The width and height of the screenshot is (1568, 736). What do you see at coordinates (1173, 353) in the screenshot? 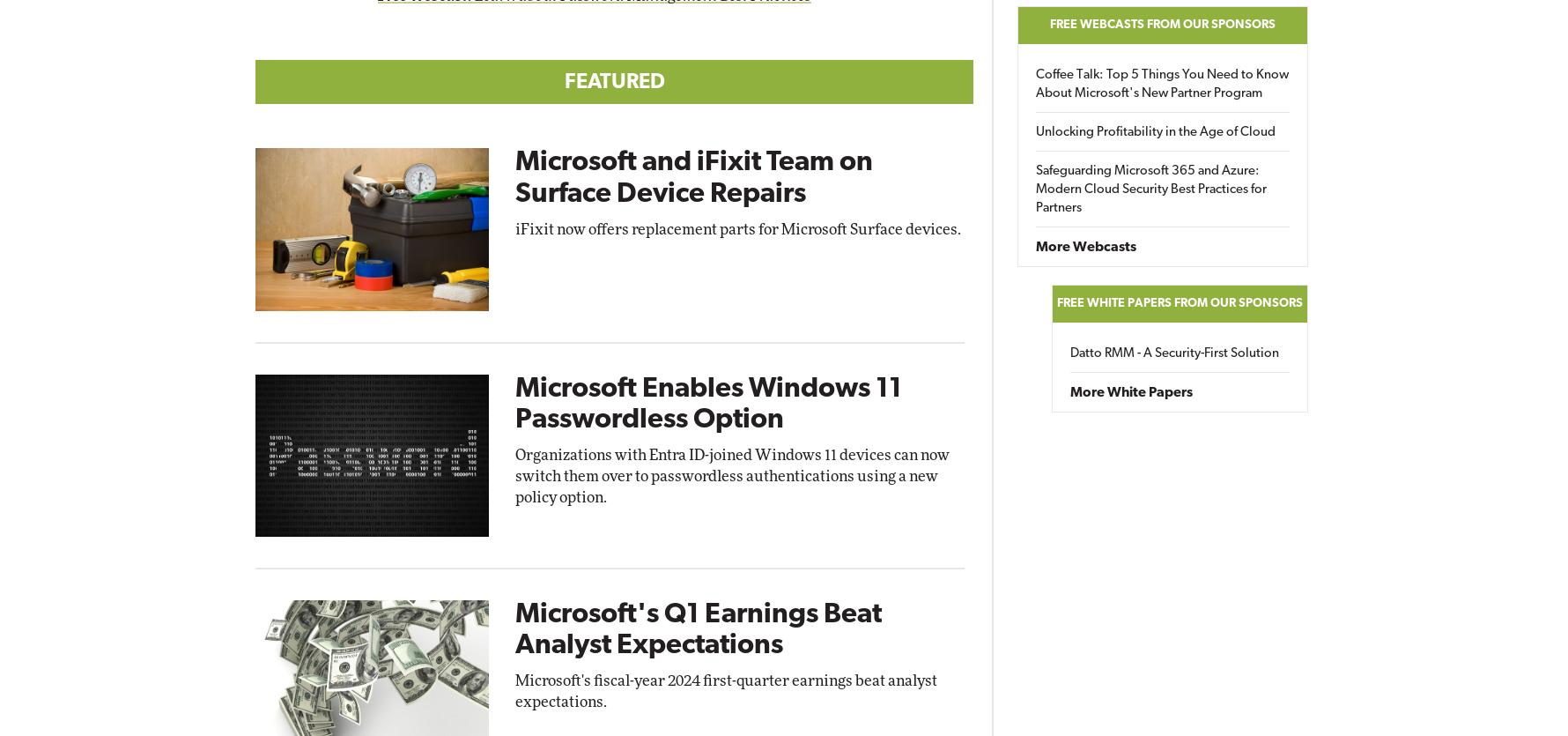
I see `'Datto RMM - A Security-First Solution'` at bounding box center [1173, 353].